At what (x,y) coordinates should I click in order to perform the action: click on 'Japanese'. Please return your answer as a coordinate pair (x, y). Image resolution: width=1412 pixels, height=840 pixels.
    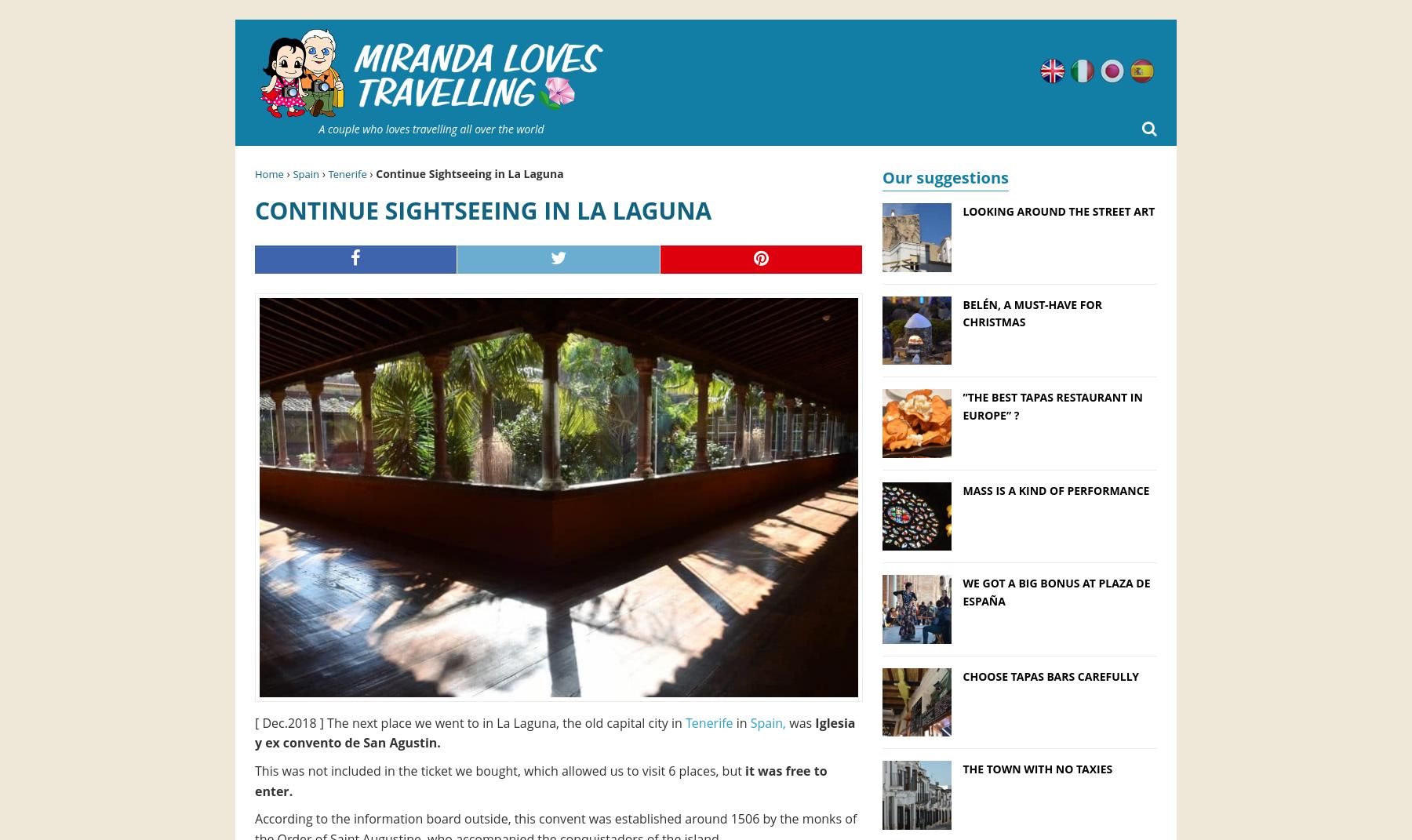
    Looking at the image, I should click on (1151, 67).